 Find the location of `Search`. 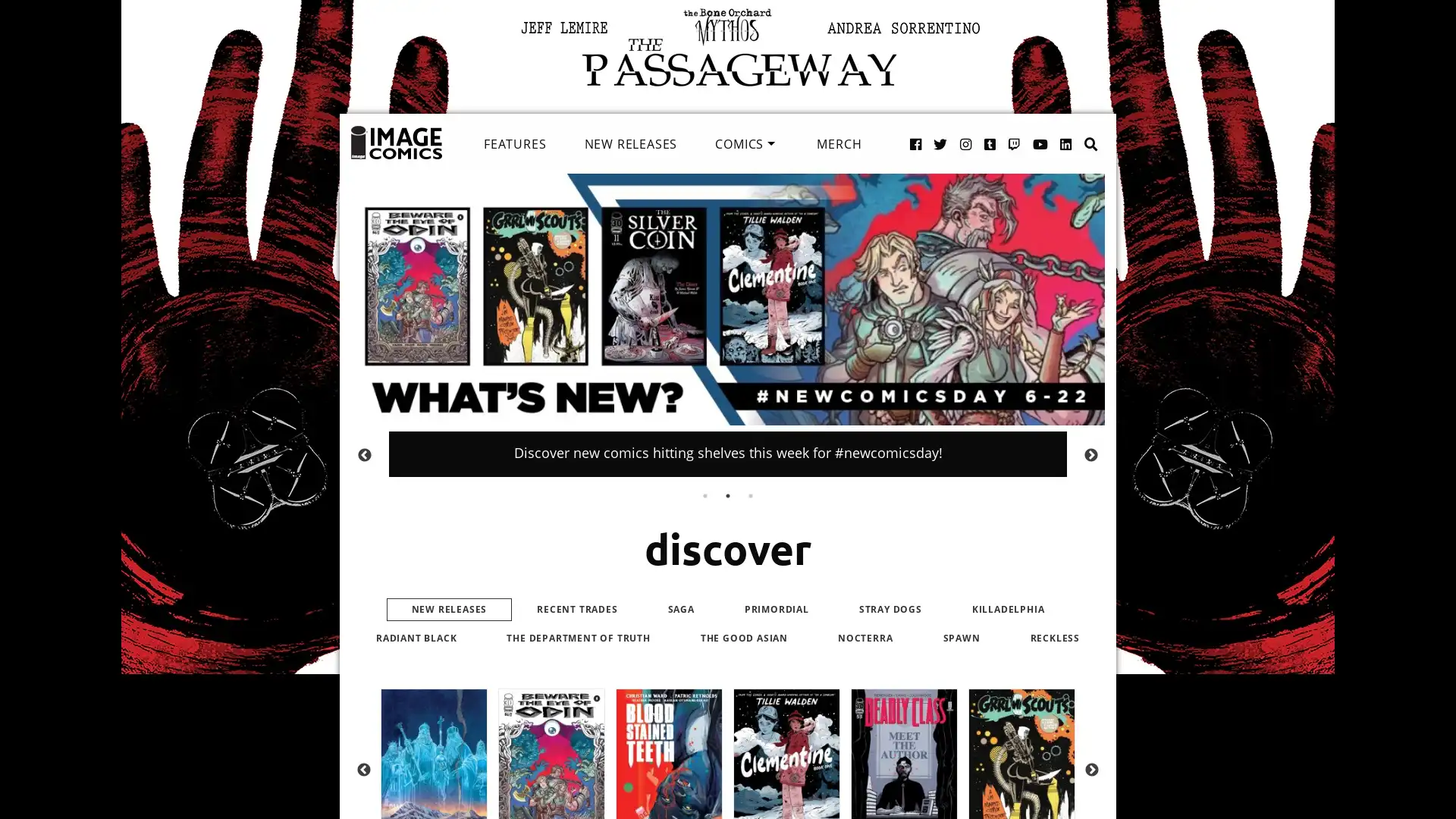

Search is located at coordinates (1075, 127).